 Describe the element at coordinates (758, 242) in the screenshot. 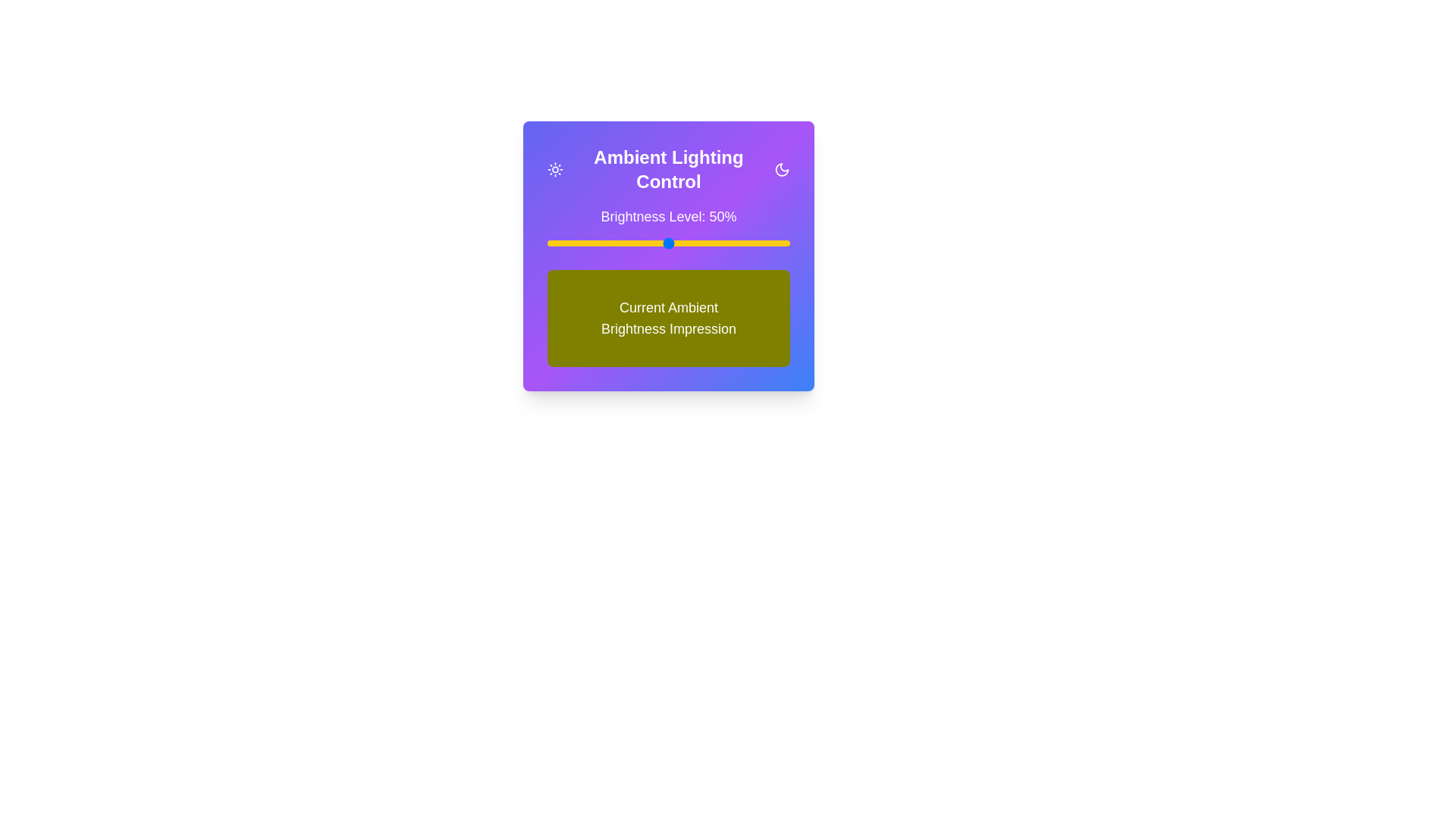

I see `the brightness level to 87% by moving the slider` at that location.